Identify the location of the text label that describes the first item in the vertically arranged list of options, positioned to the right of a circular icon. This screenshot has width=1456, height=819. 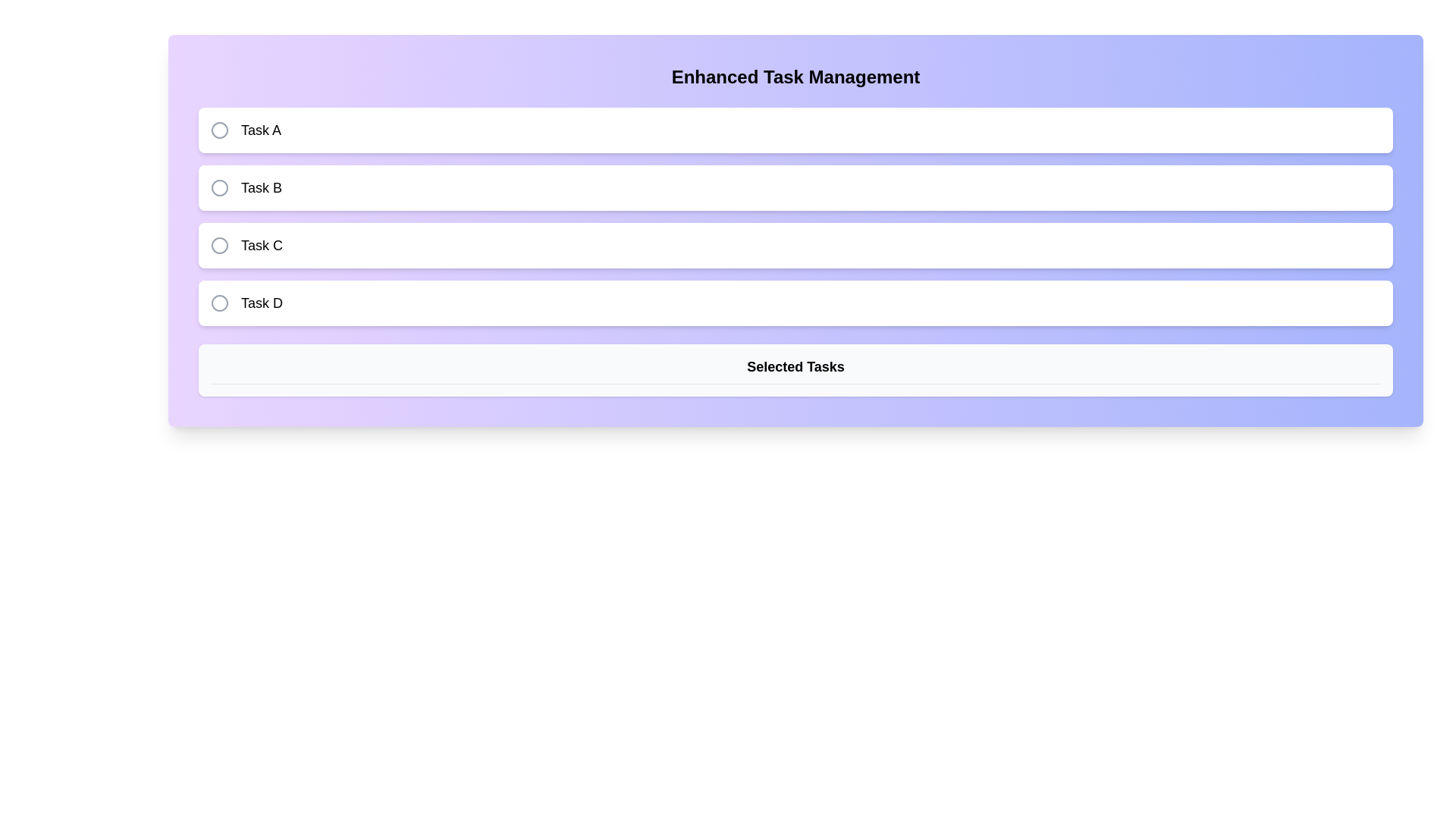
(261, 130).